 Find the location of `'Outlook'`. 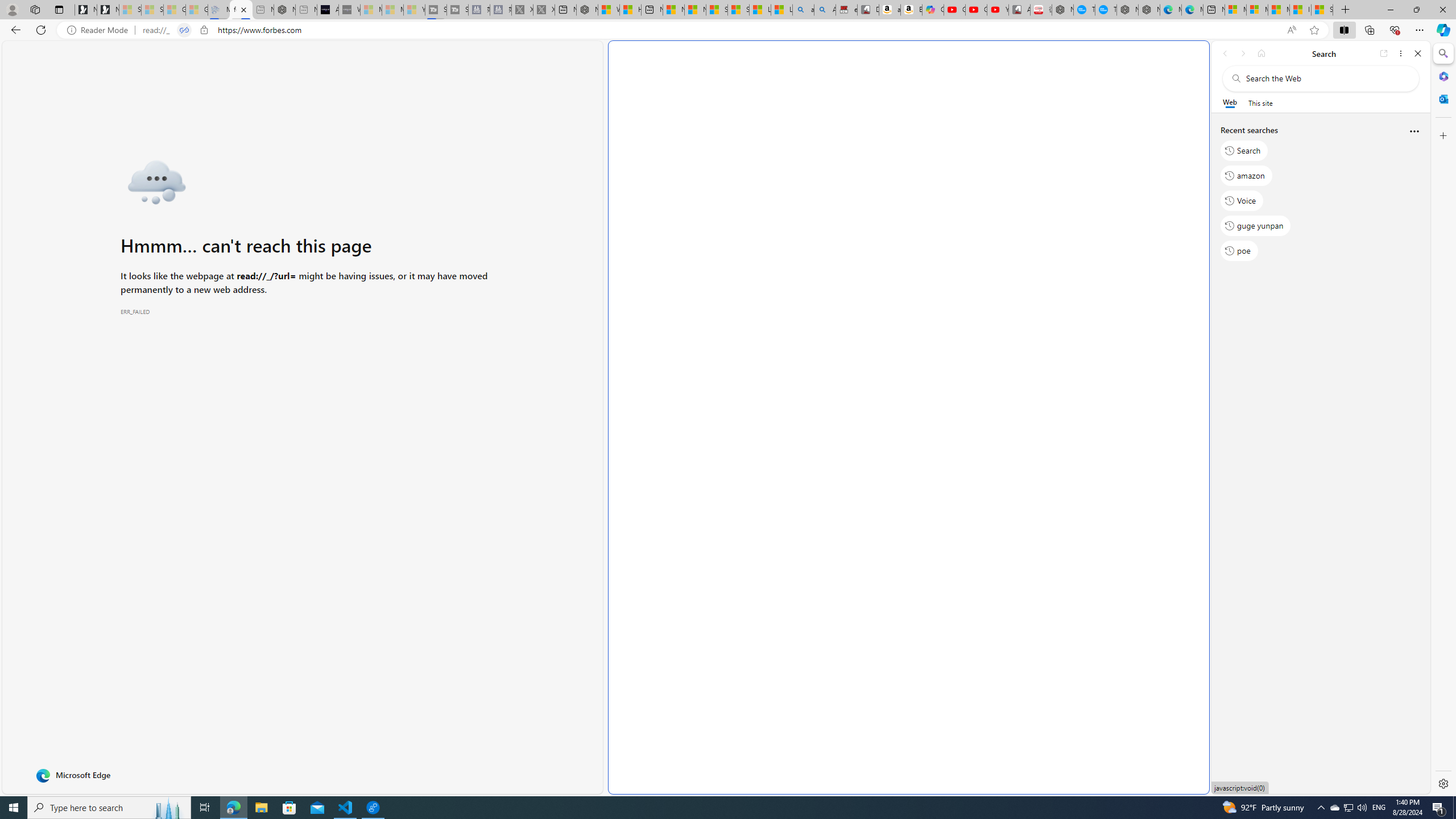

'Outlook' is located at coordinates (1442, 98).